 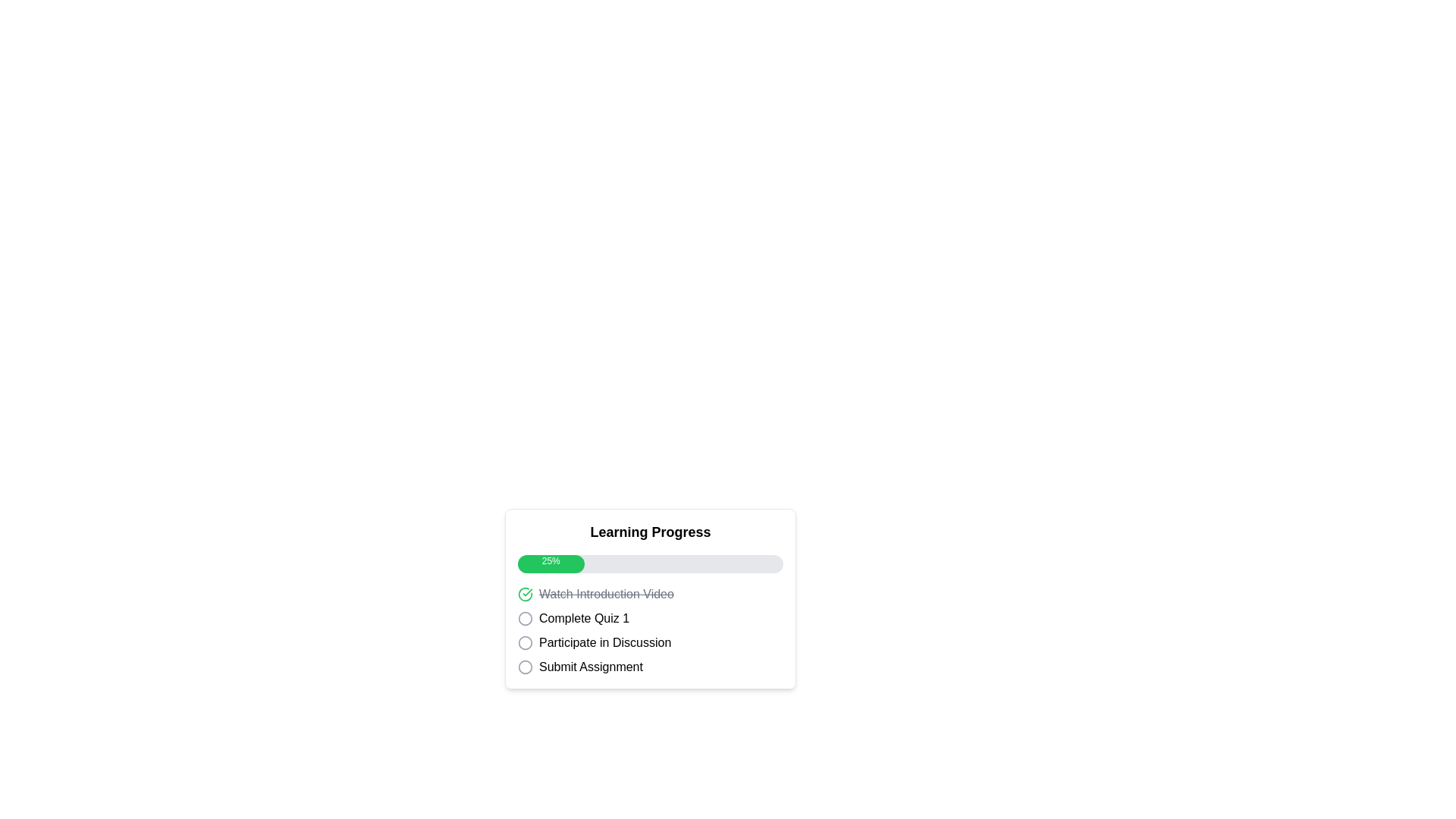 What do you see at coordinates (550, 564) in the screenshot?
I see `the Progress indicator that visually represents 25% completion of a task, located in the Learning Progress panel near the top` at bounding box center [550, 564].